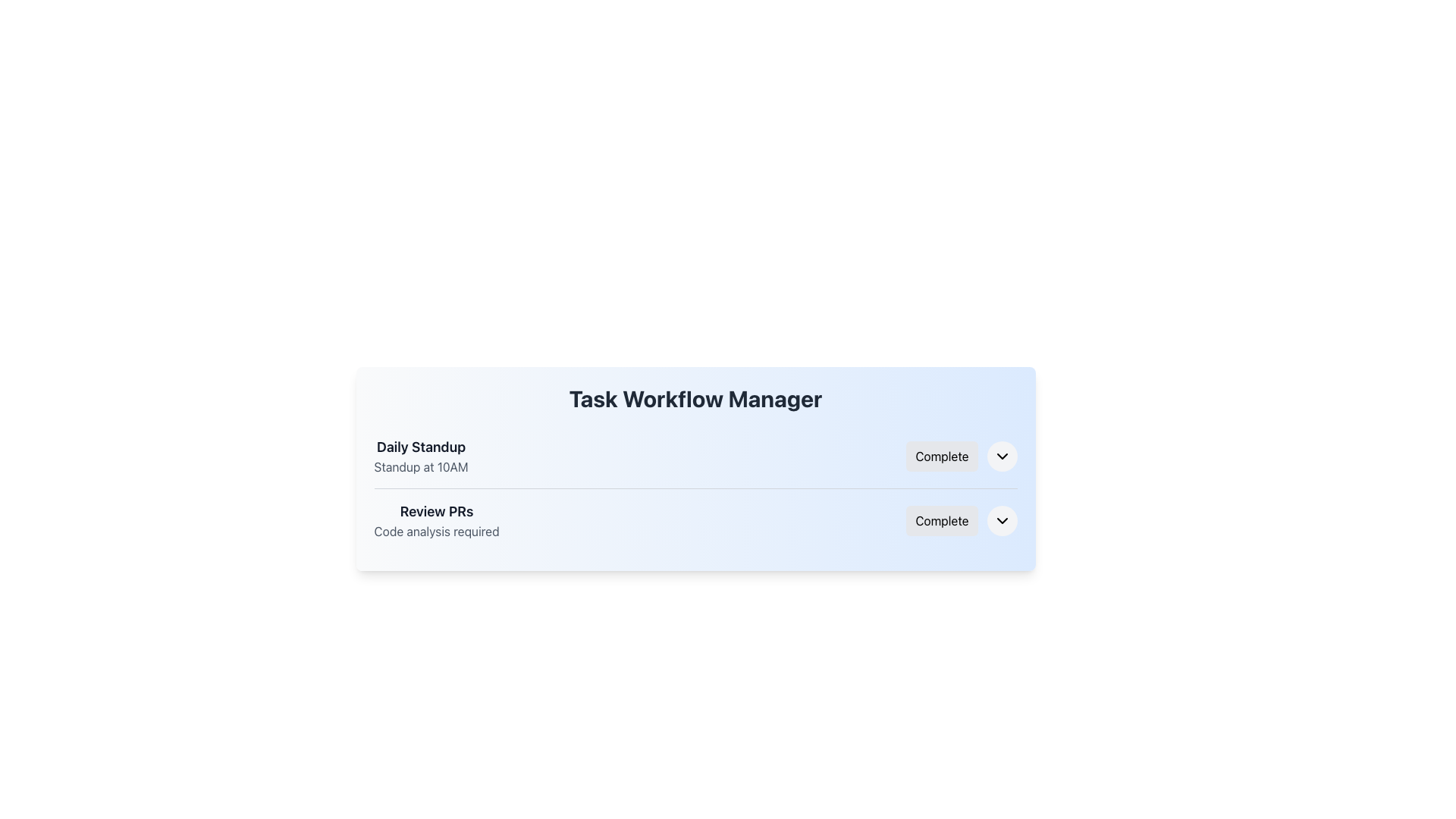 This screenshot has height=819, width=1456. Describe the element at coordinates (961, 519) in the screenshot. I see `the grey toggle button labeled 'Complete' with a downward chevron icon, located` at that location.